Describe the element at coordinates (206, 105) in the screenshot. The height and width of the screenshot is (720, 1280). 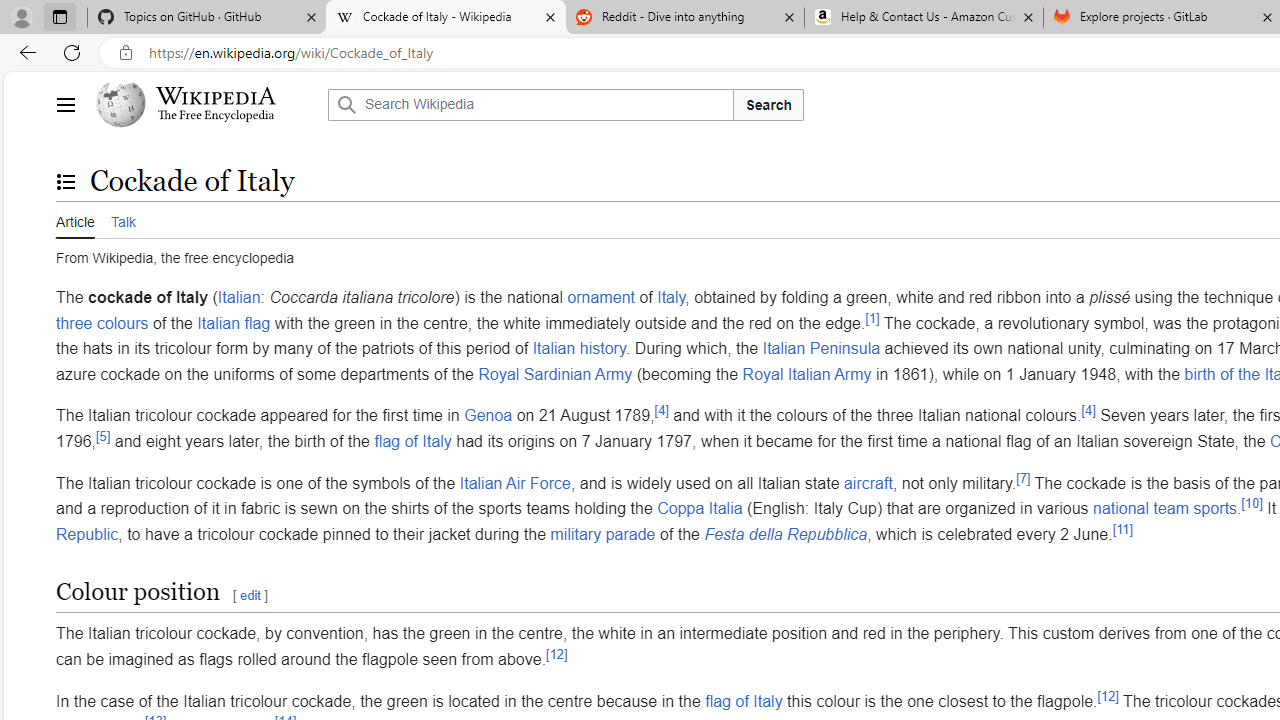
I see `'Wikipedia The Free Encyclopedia'` at that location.